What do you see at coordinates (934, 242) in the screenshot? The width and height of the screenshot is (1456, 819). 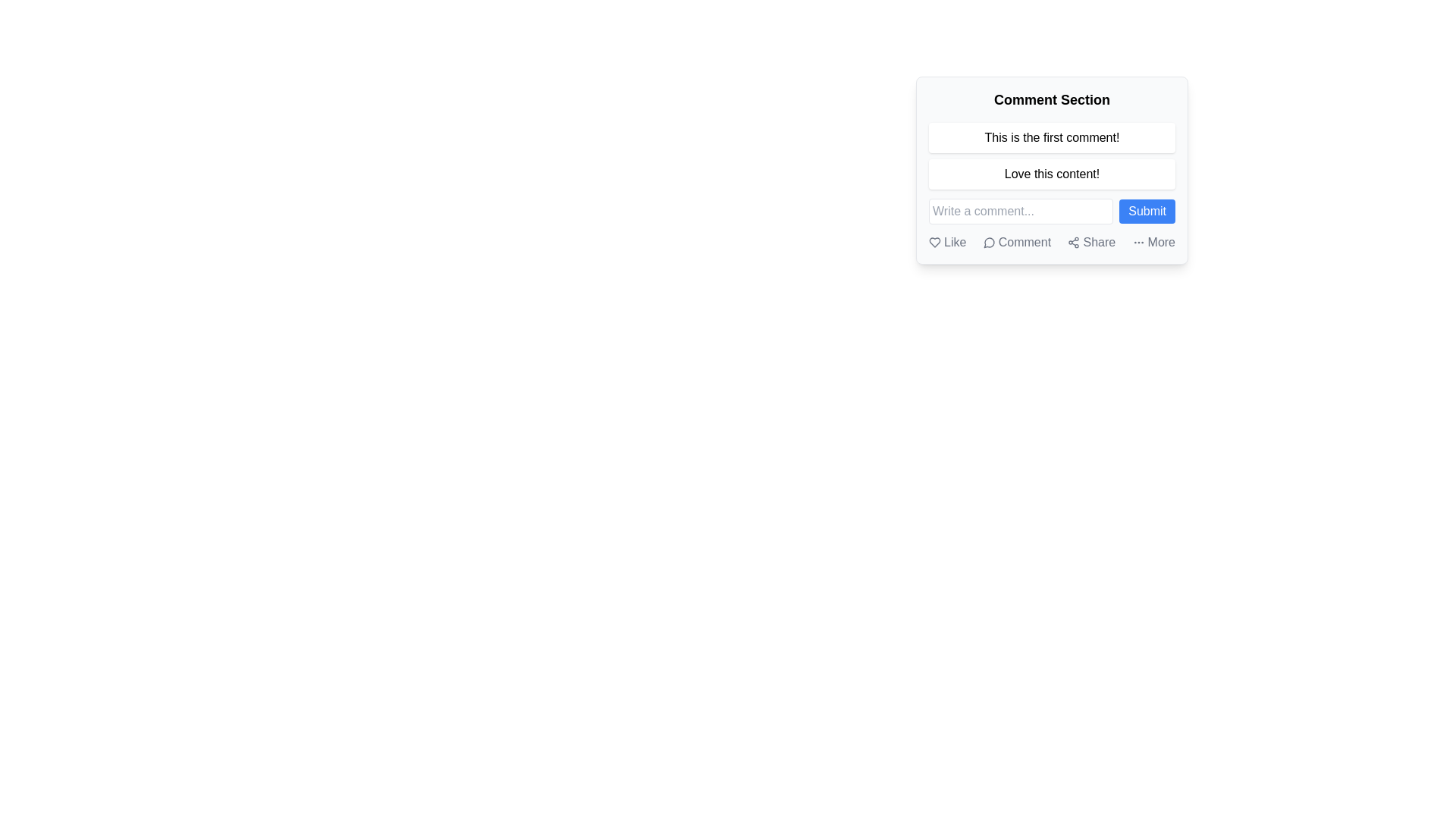 I see `the heart icon located in the lower-left corner of the comment controls to indicate a 'like' for the comment` at bounding box center [934, 242].